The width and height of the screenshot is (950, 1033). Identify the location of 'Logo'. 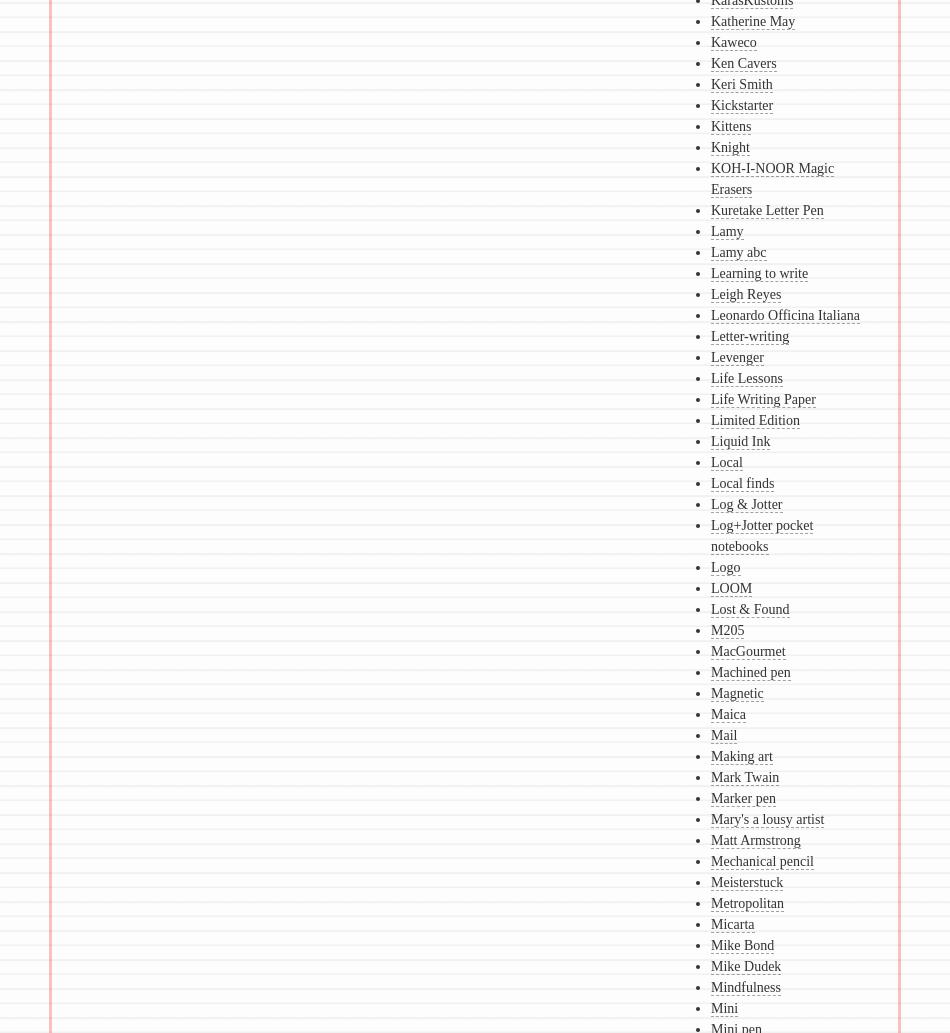
(724, 566).